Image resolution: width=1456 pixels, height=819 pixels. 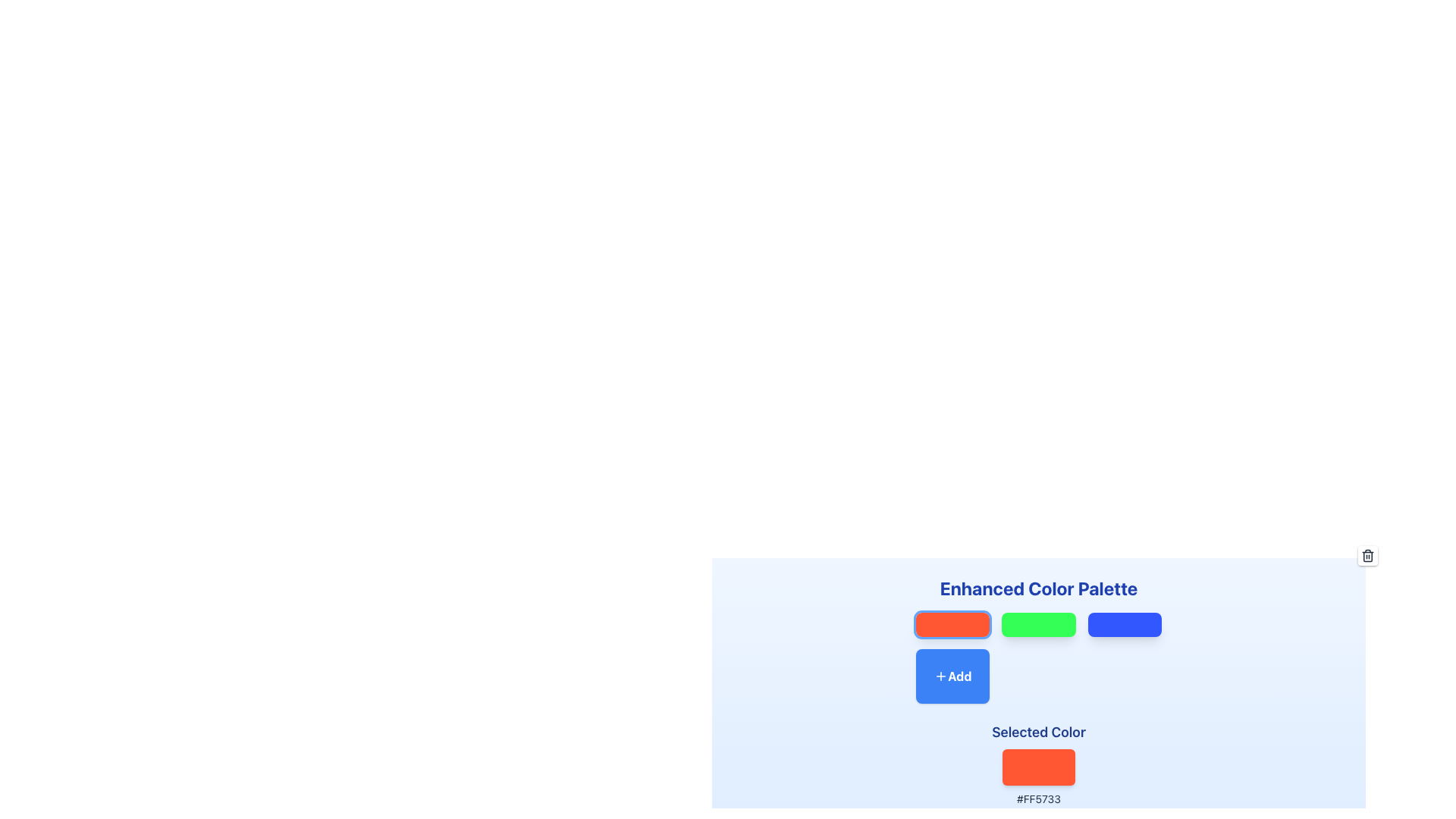 What do you see at coordinates (1037, 657) in the screenshot?
I see `the color selection grid layout titled 'Enhanced Color Palette' which contains red, green, and blue color blocks arranged horizontally` at bounding box center [1037, 657].